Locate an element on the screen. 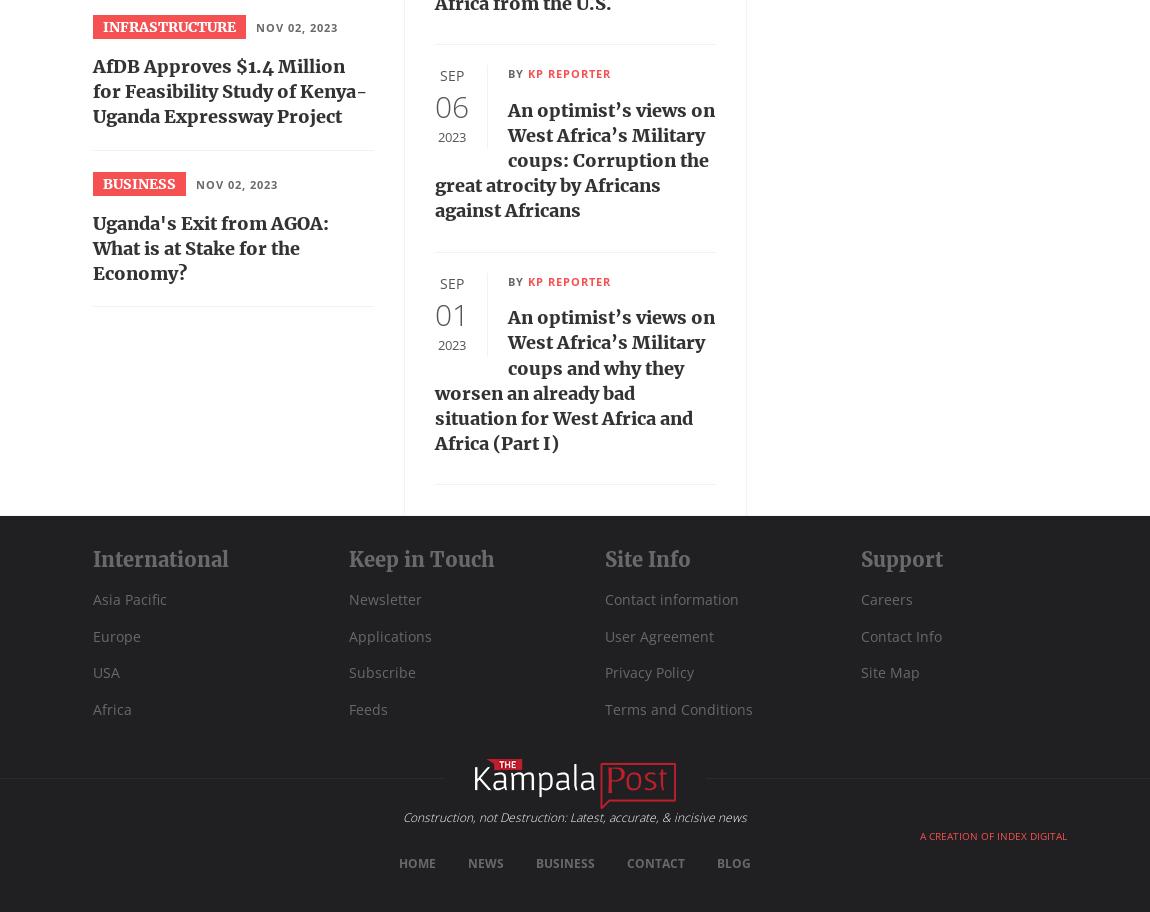 The height and width of the screenshot is (912, 1150). 'business' is located at coordinates (102, 183).